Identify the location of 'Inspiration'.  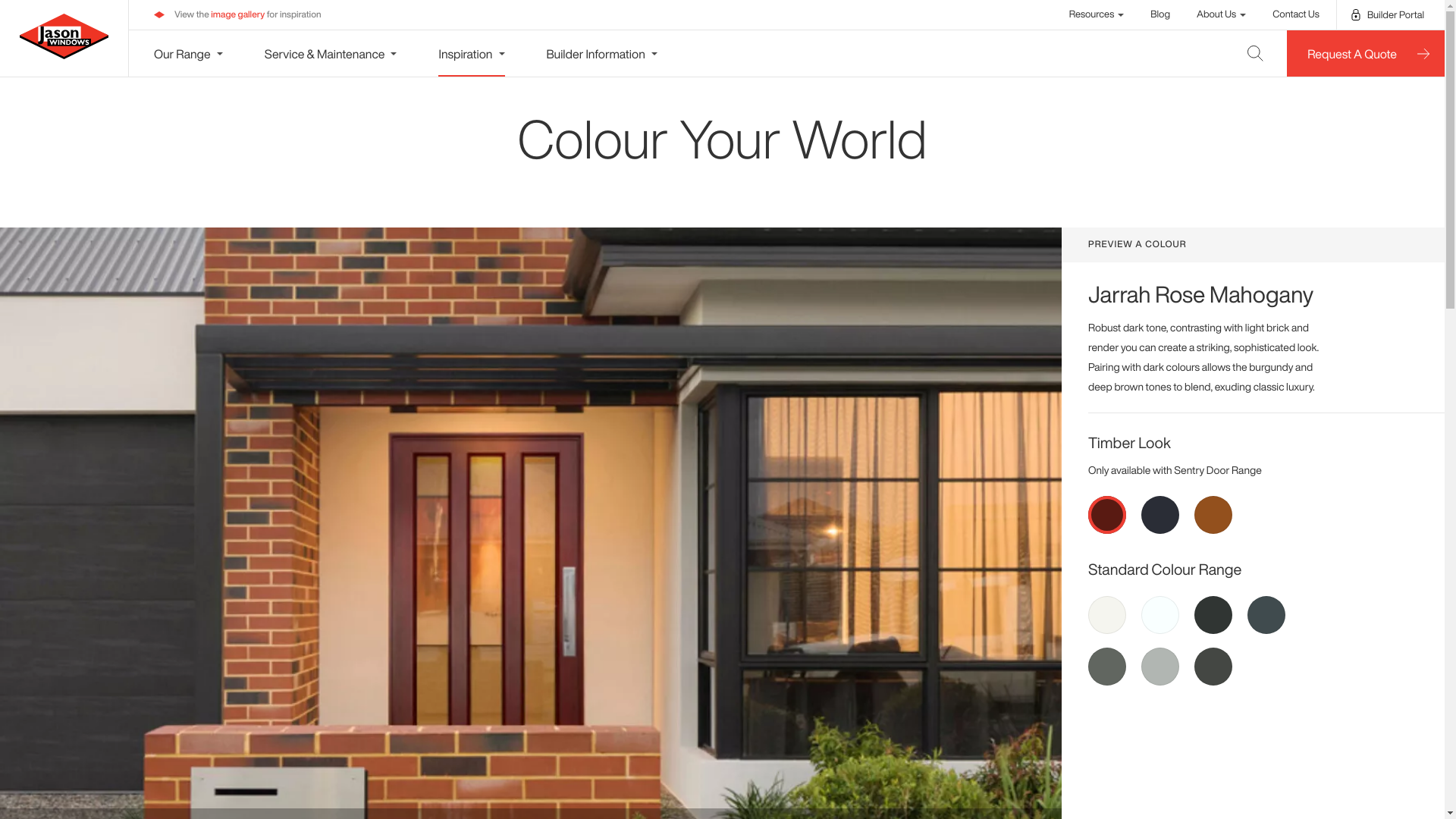
(437, 52).